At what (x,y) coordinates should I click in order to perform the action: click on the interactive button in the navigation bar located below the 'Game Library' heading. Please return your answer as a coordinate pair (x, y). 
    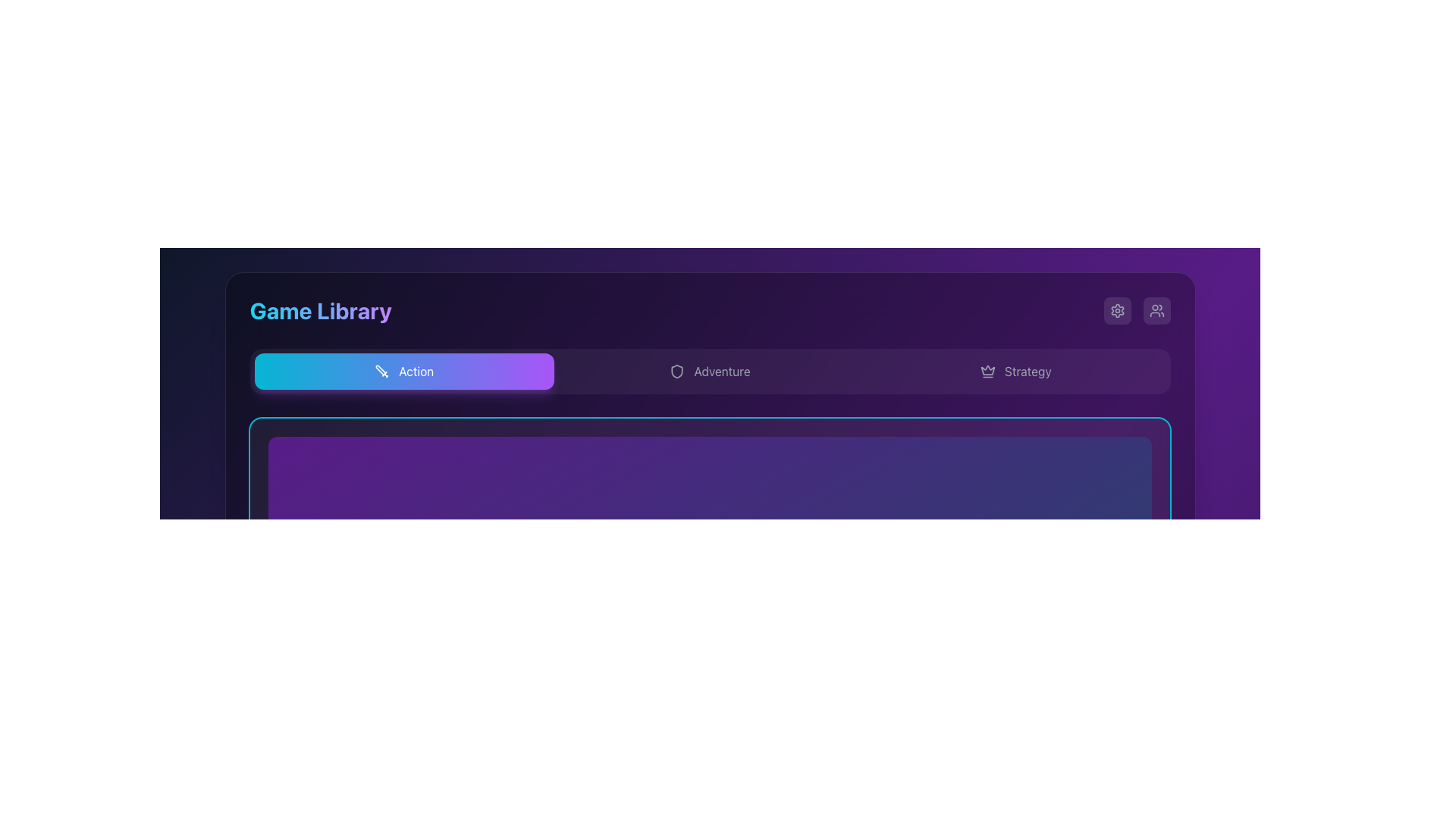
    Looking at the image, I should click on (709, 371).